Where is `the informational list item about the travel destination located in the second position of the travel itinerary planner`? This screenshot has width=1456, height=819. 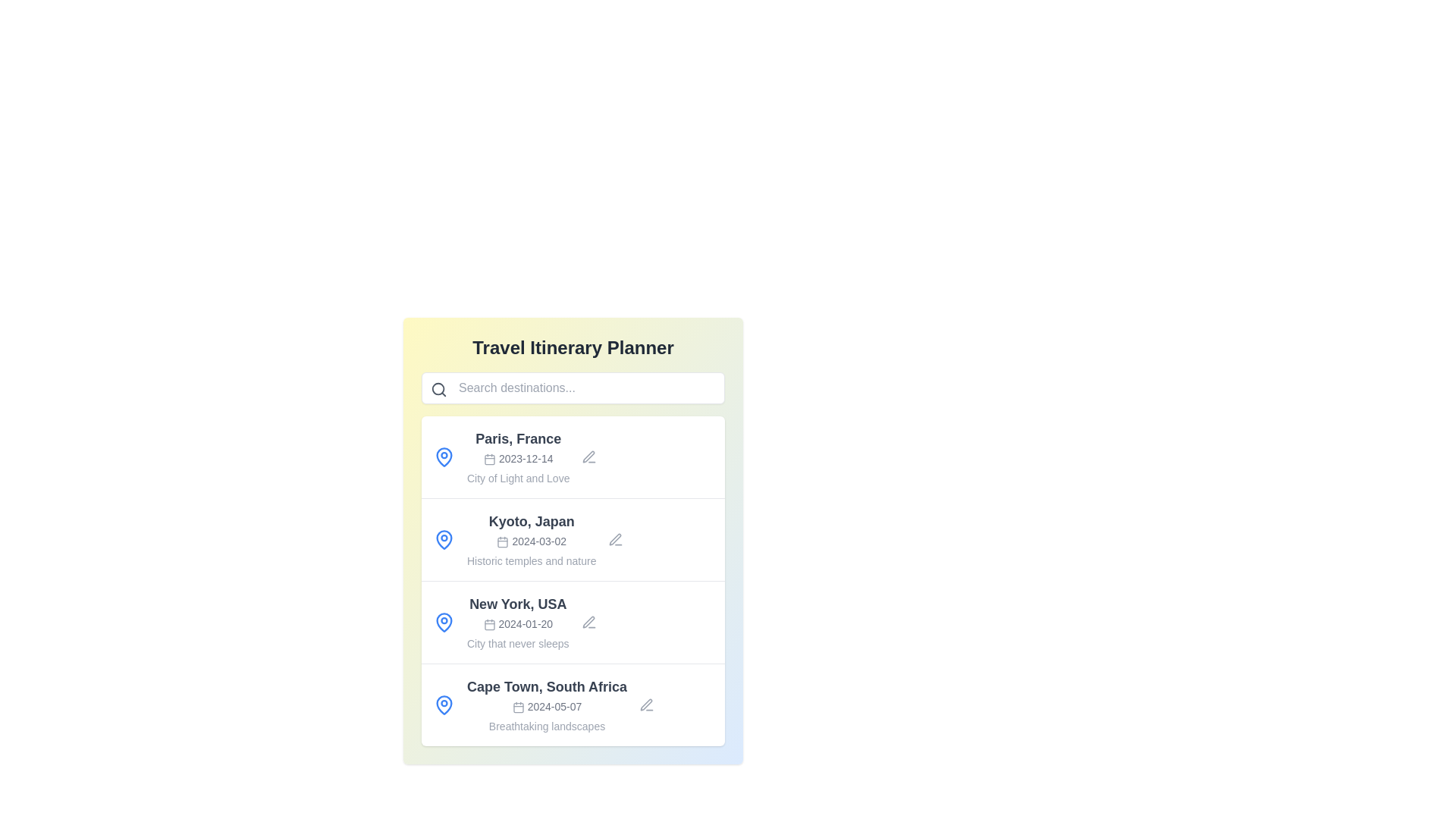
the informational list item about the travel destination located in the second position of the travel itinerary planner is located at coordinates (532, 539).